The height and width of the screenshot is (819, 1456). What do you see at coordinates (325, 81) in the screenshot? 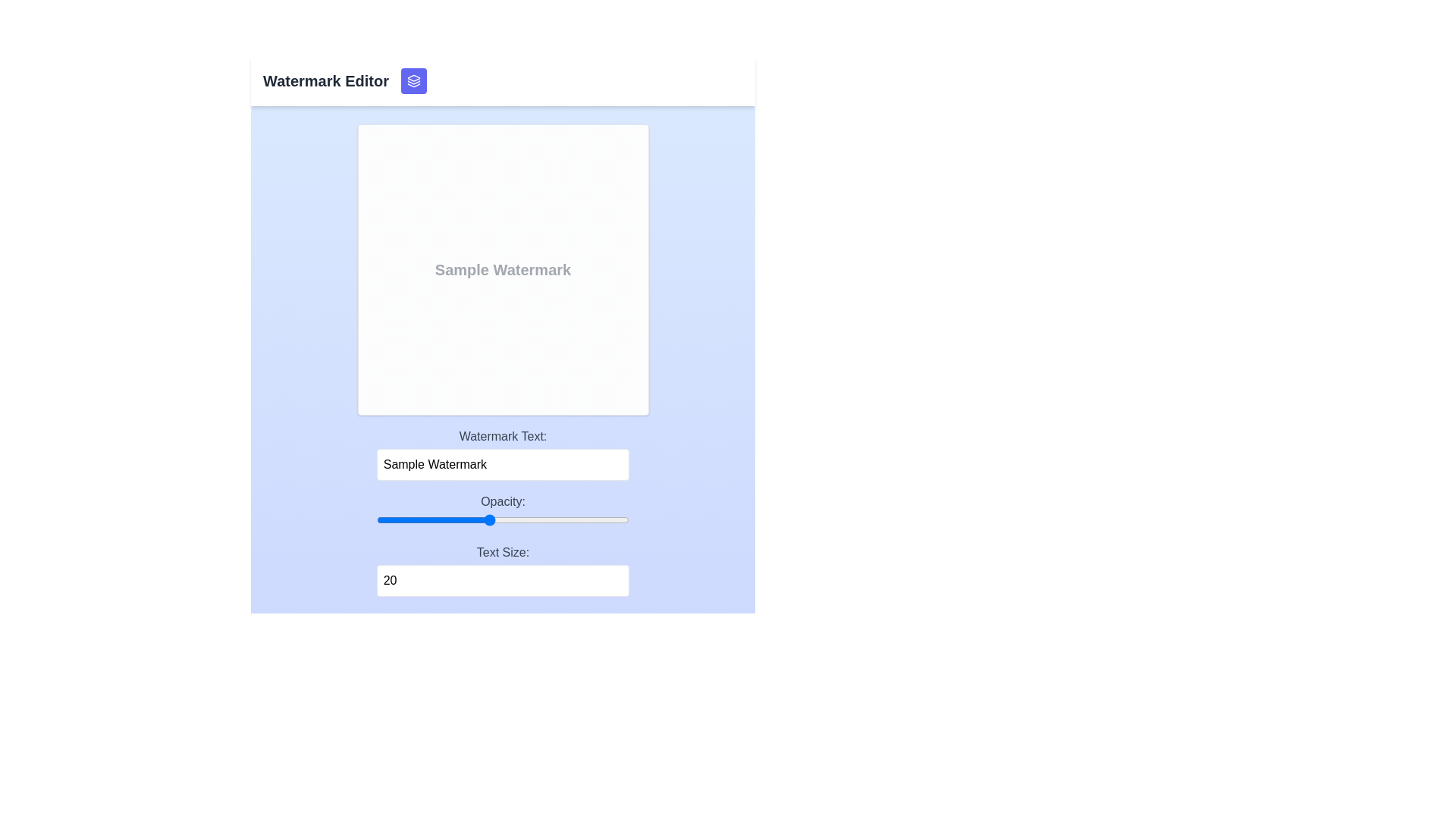
I see `the static label or title text that serves as the heading for the watermark editing section, located at the left side of the horizontal bar at the top of the interface` at bounding box center [325, 81].